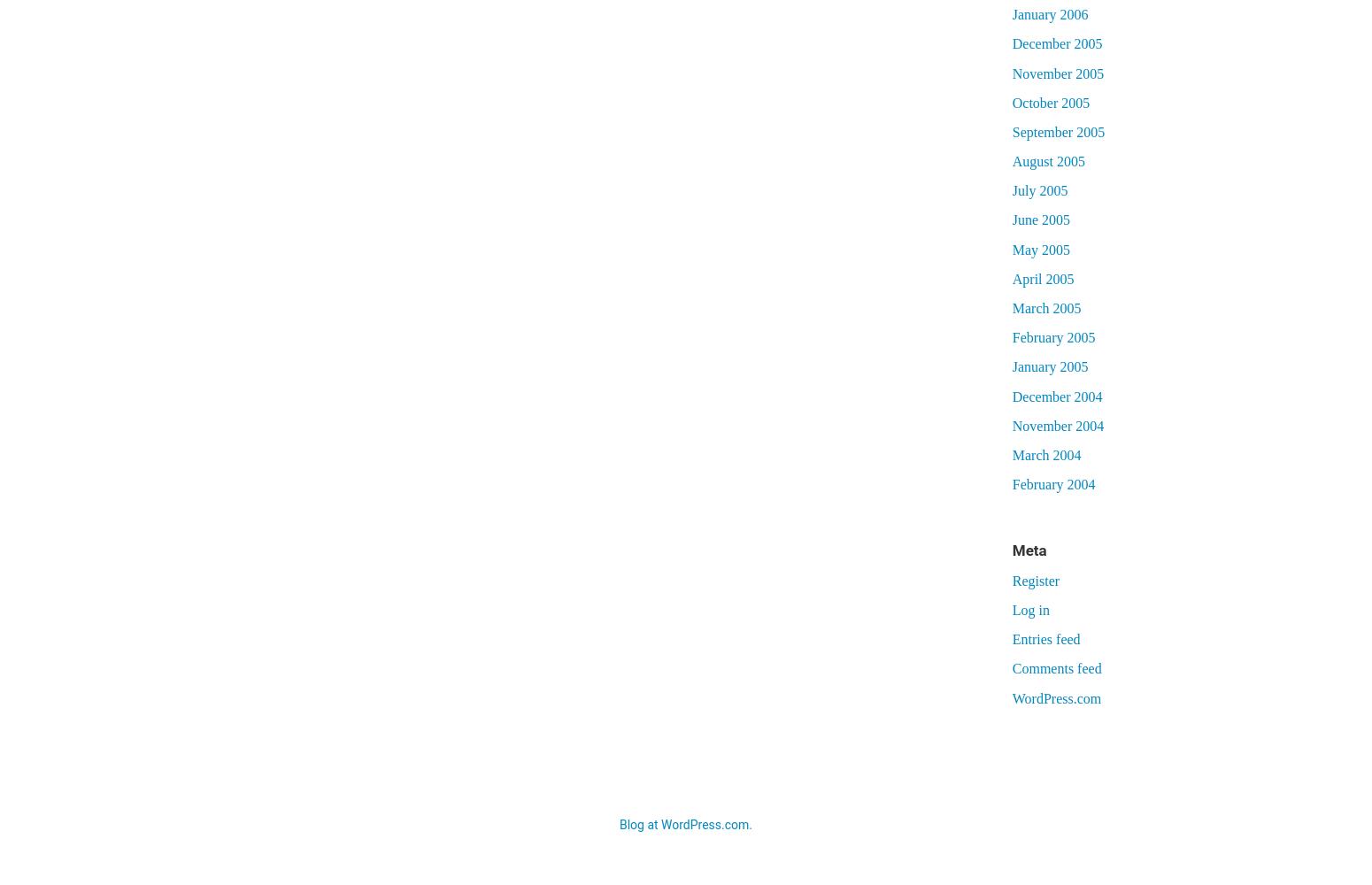  I want to click on 'October 2005', so click(1050, 101).